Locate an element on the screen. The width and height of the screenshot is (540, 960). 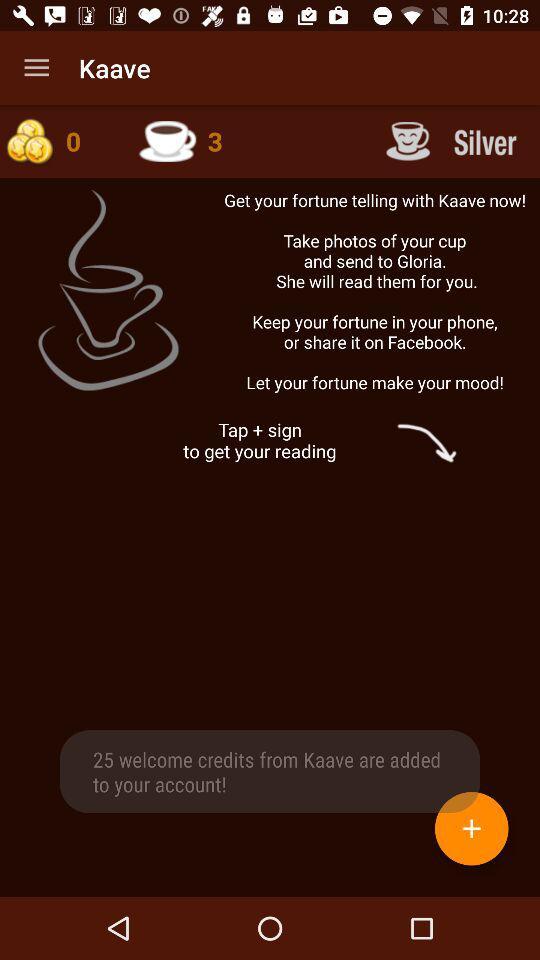
something is located at coordinates (471, 828).